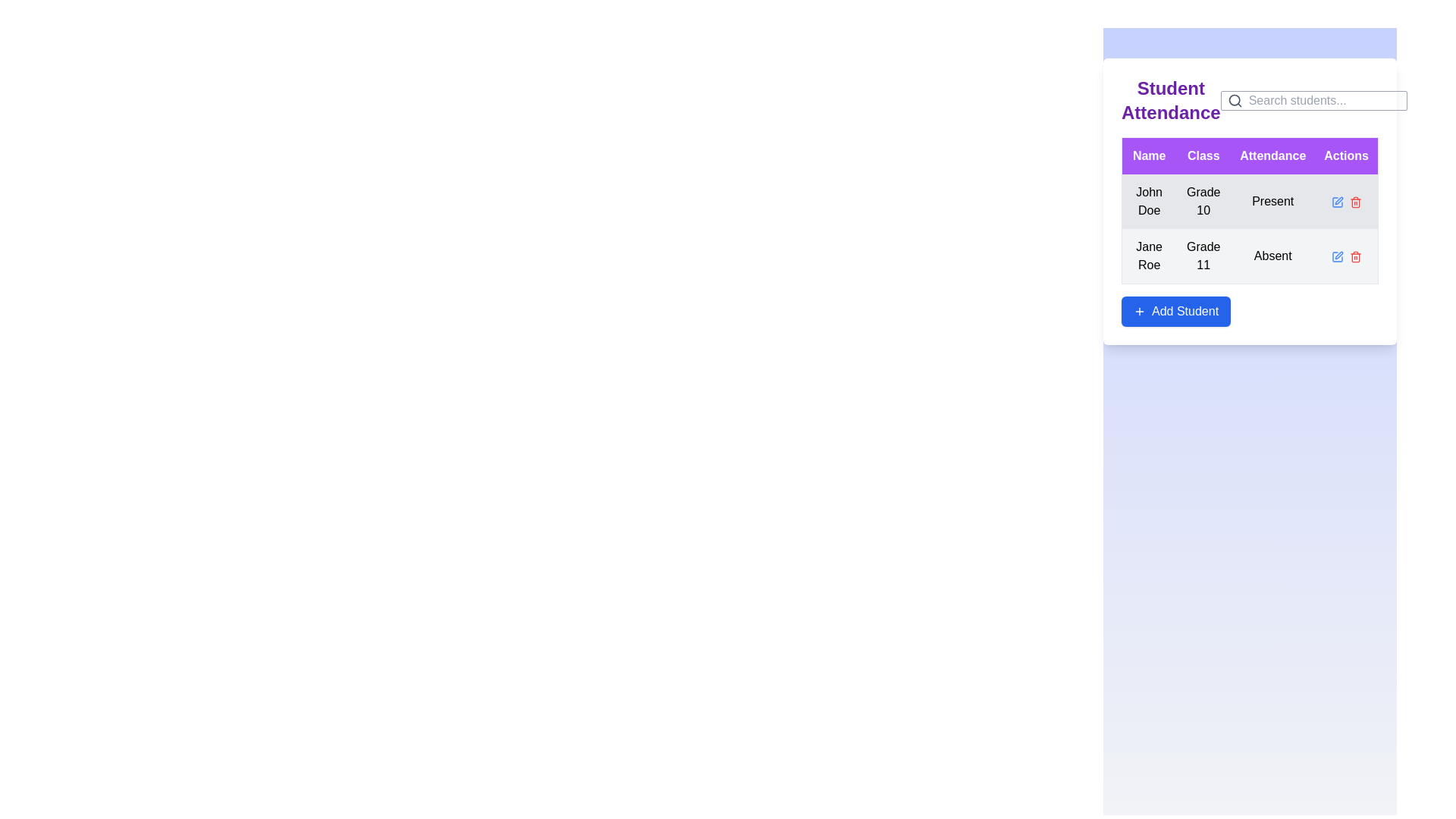  What do you see at coordinates (1337, 256) in the screenshot?
I see `the edit button located in the 'Actions' column of the second row in the 'Student Attendance' table, which precedes the red trash can icon` at bounding box center [1337, 256].